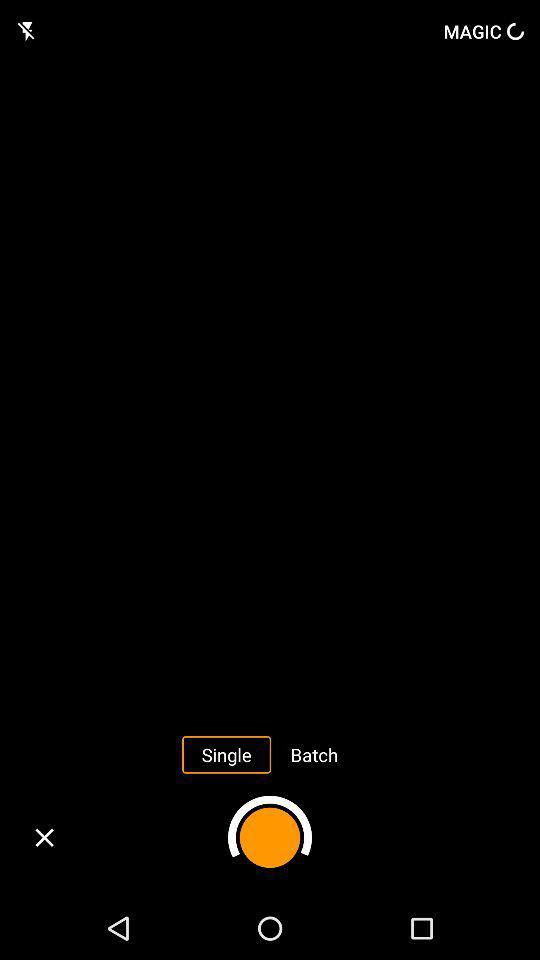 The image size is (540, 960). Describe the element at coordinates (26, 30) in the screenshot. I see `item next to magic icon` at that location.